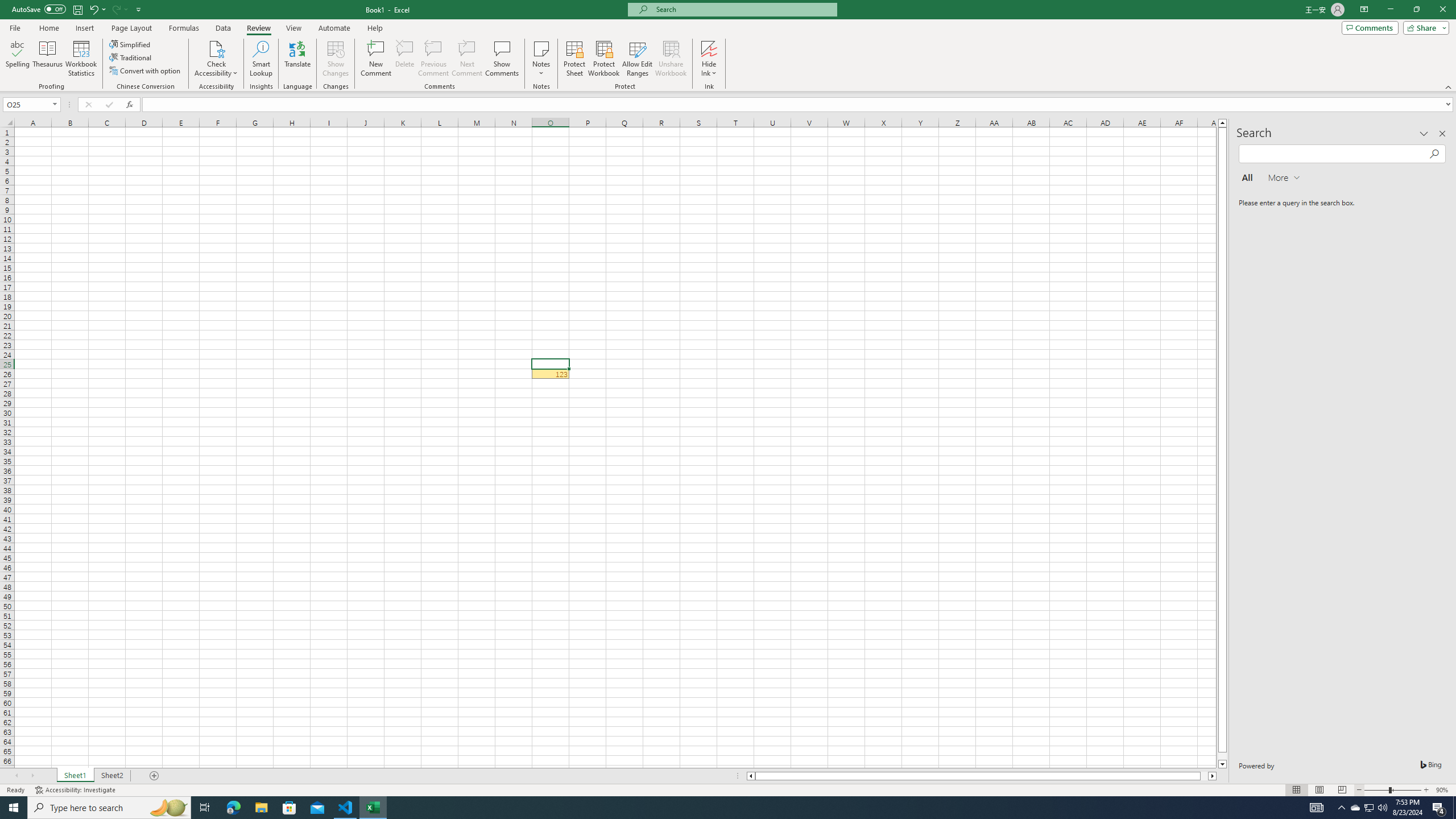 The image size is (1456, 819). What do you see at coordinates (131, 56) in the screenshot?
I see `'Traditional'` at bounding box center [131, 56].